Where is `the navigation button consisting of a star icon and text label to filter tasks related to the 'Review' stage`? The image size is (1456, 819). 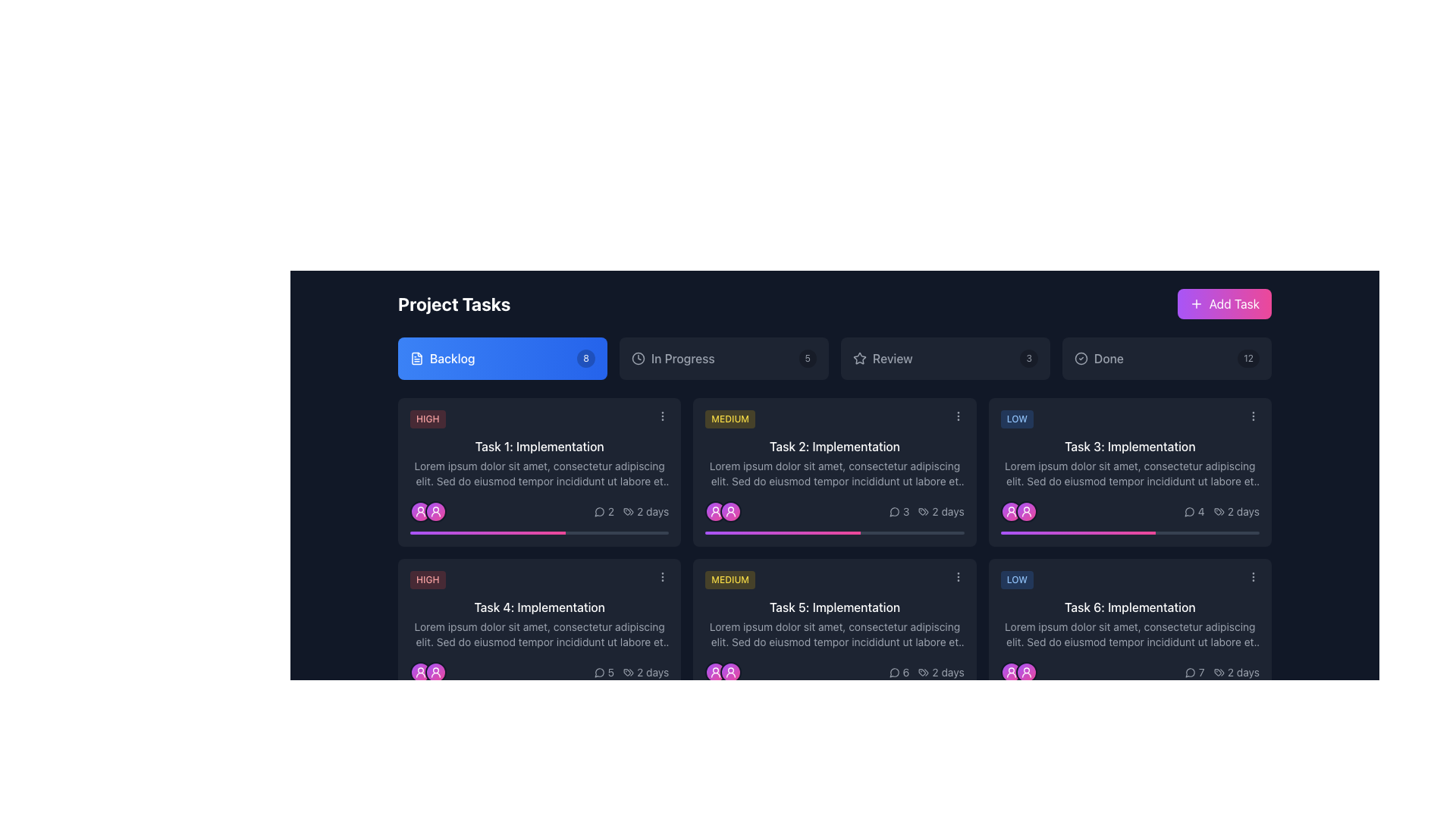 the navigation button consisting of a star icon and text label to filter tasks related to the 'Review' stage is located at coordinates (883, 359).